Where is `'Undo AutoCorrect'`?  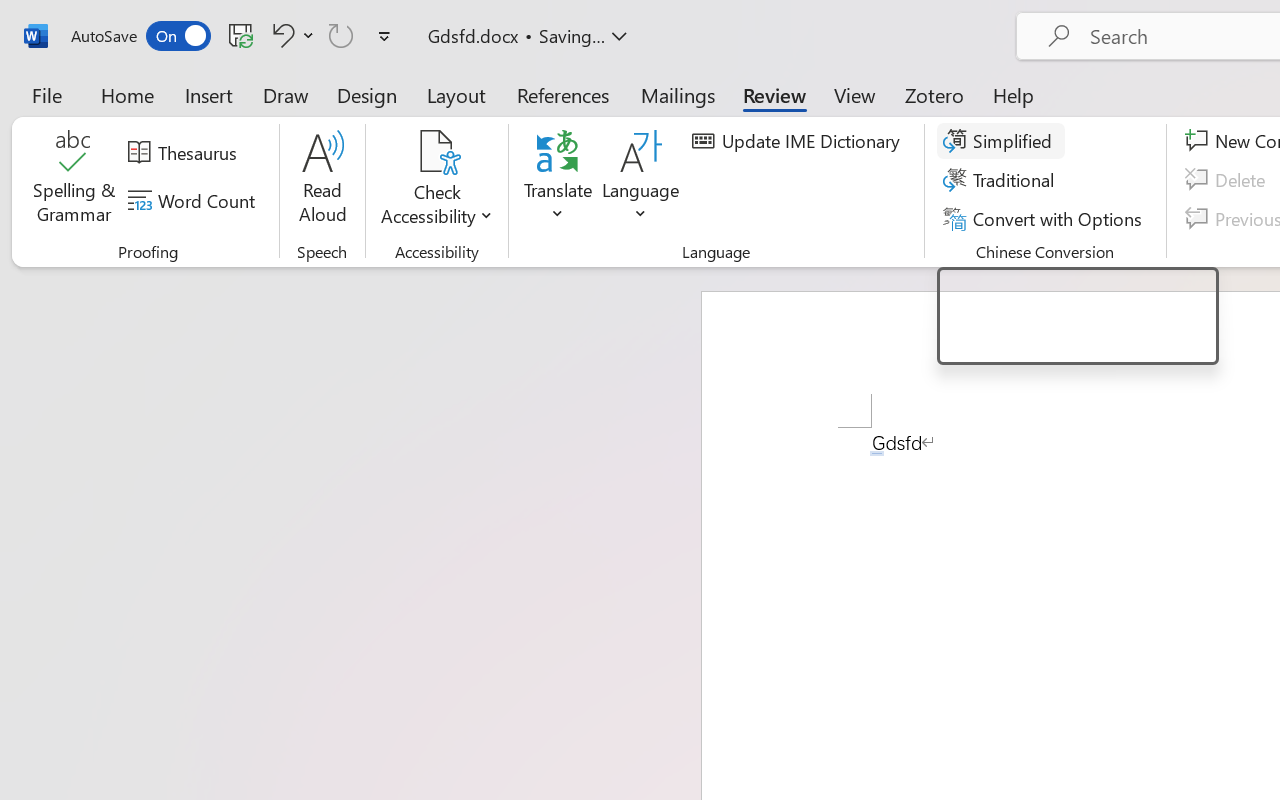 'Undo AutoCorrect' is located at coordinates (279, 34).